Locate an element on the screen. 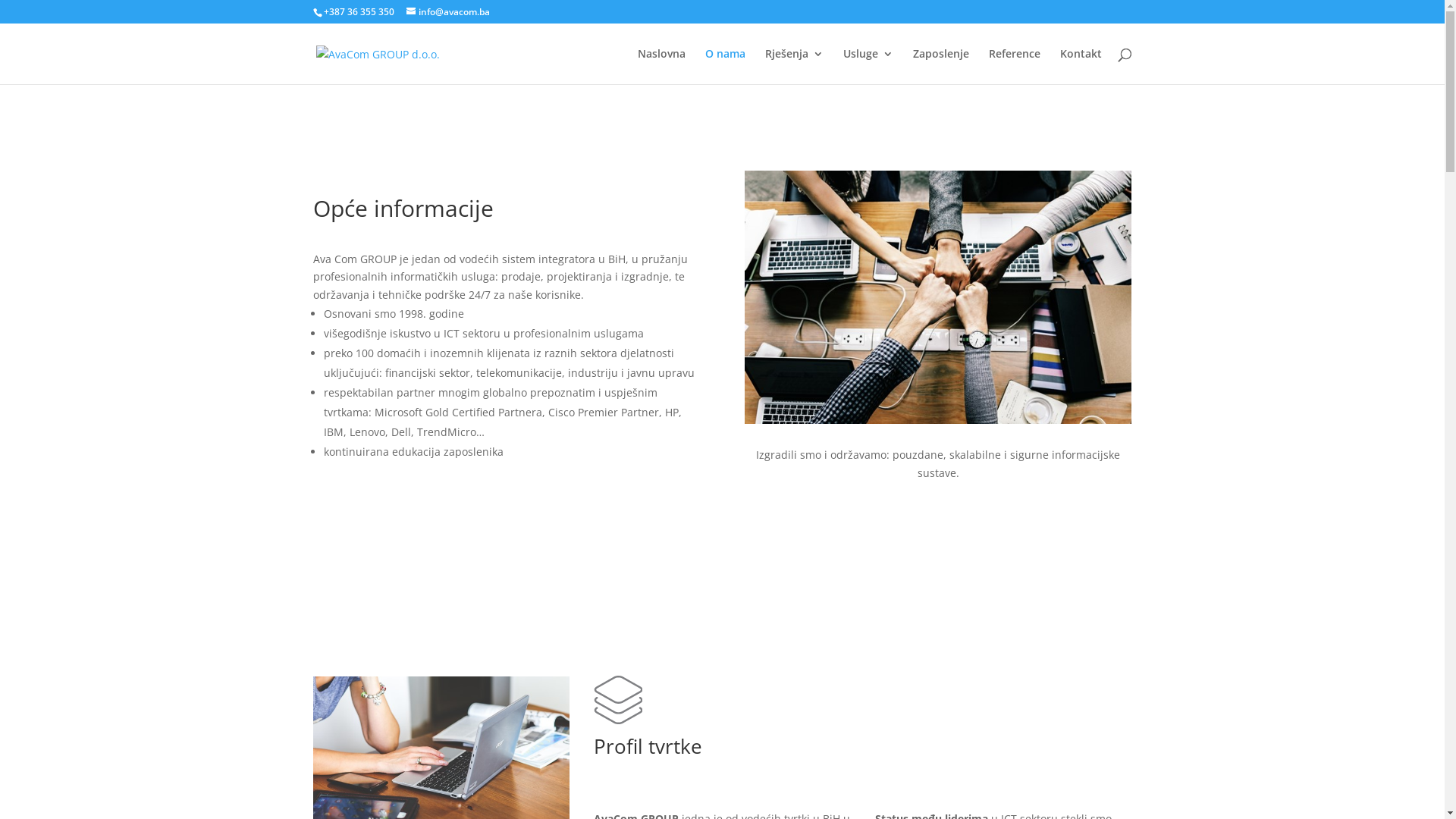 Image resolution: width=1456 pixels, height=819 pixels. 'Usluge' is located at coordinates (868, 65).